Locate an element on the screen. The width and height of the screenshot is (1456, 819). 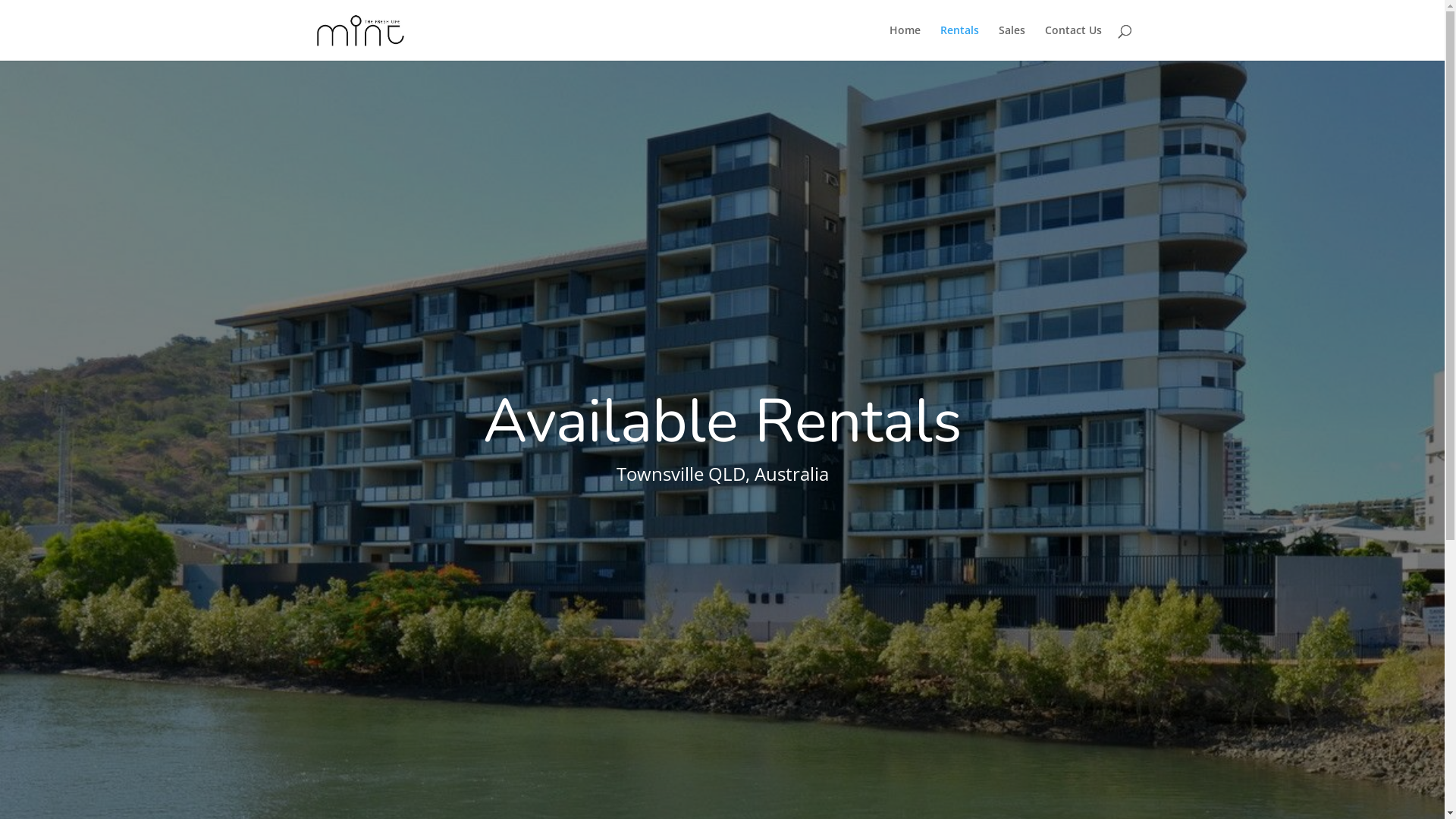
'Rentals' is located at coordinates (959, 42).